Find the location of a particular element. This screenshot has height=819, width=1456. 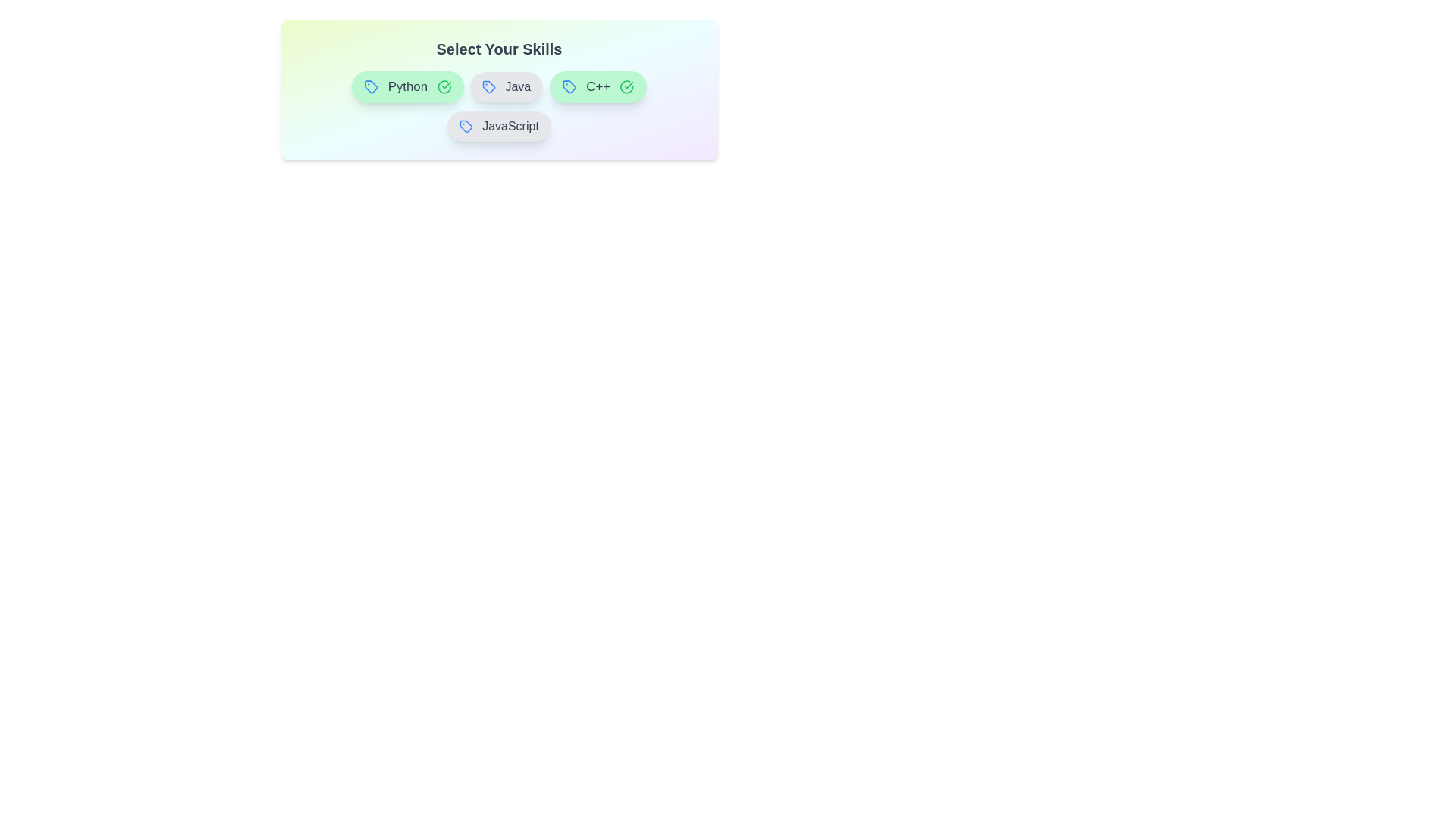

the badge for the skill Java is located at coordinates (506, 87).